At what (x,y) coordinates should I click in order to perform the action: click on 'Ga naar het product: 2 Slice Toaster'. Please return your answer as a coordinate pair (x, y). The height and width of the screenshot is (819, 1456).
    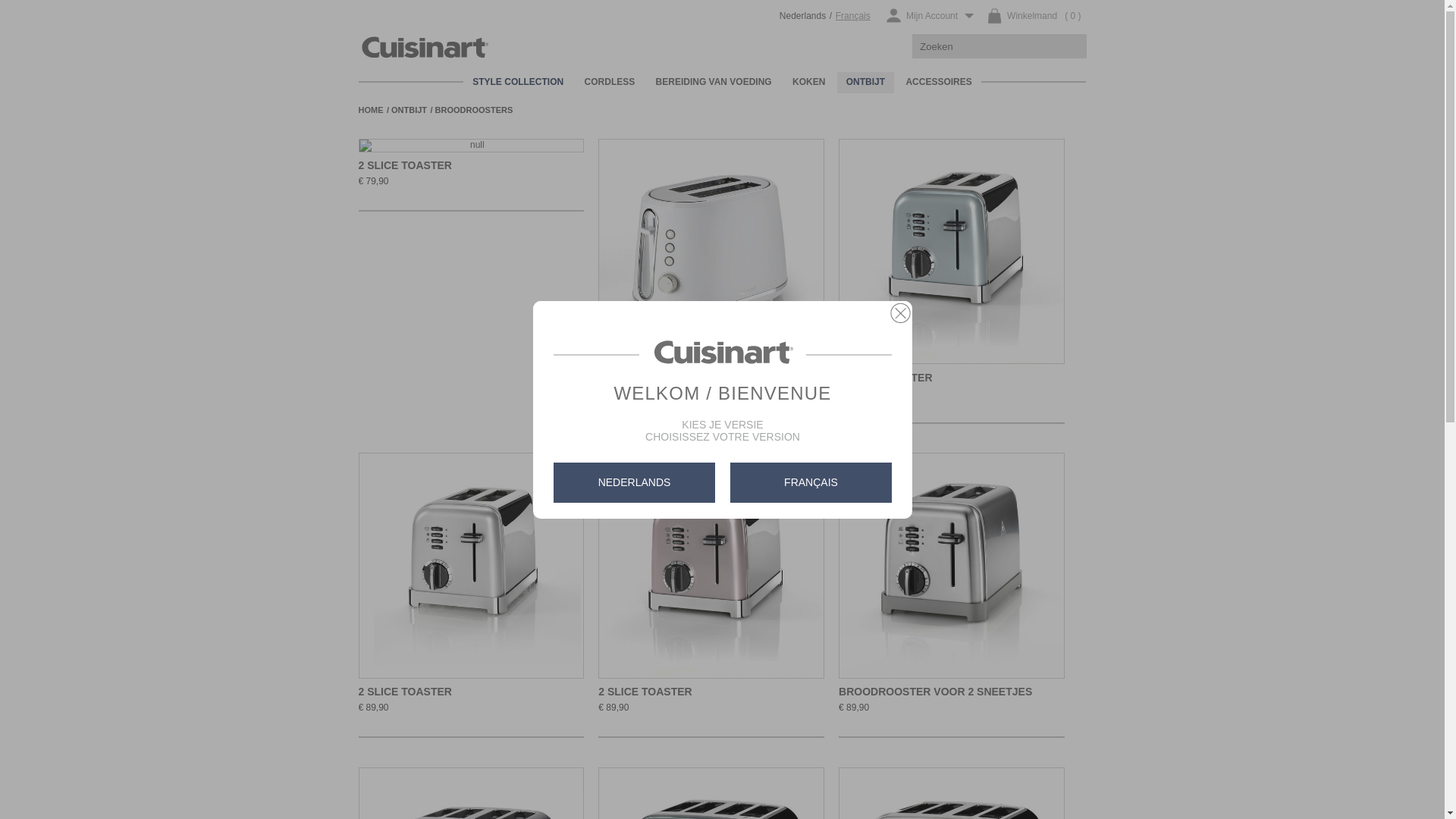
    Looking at the image, I should click on (710, 565).